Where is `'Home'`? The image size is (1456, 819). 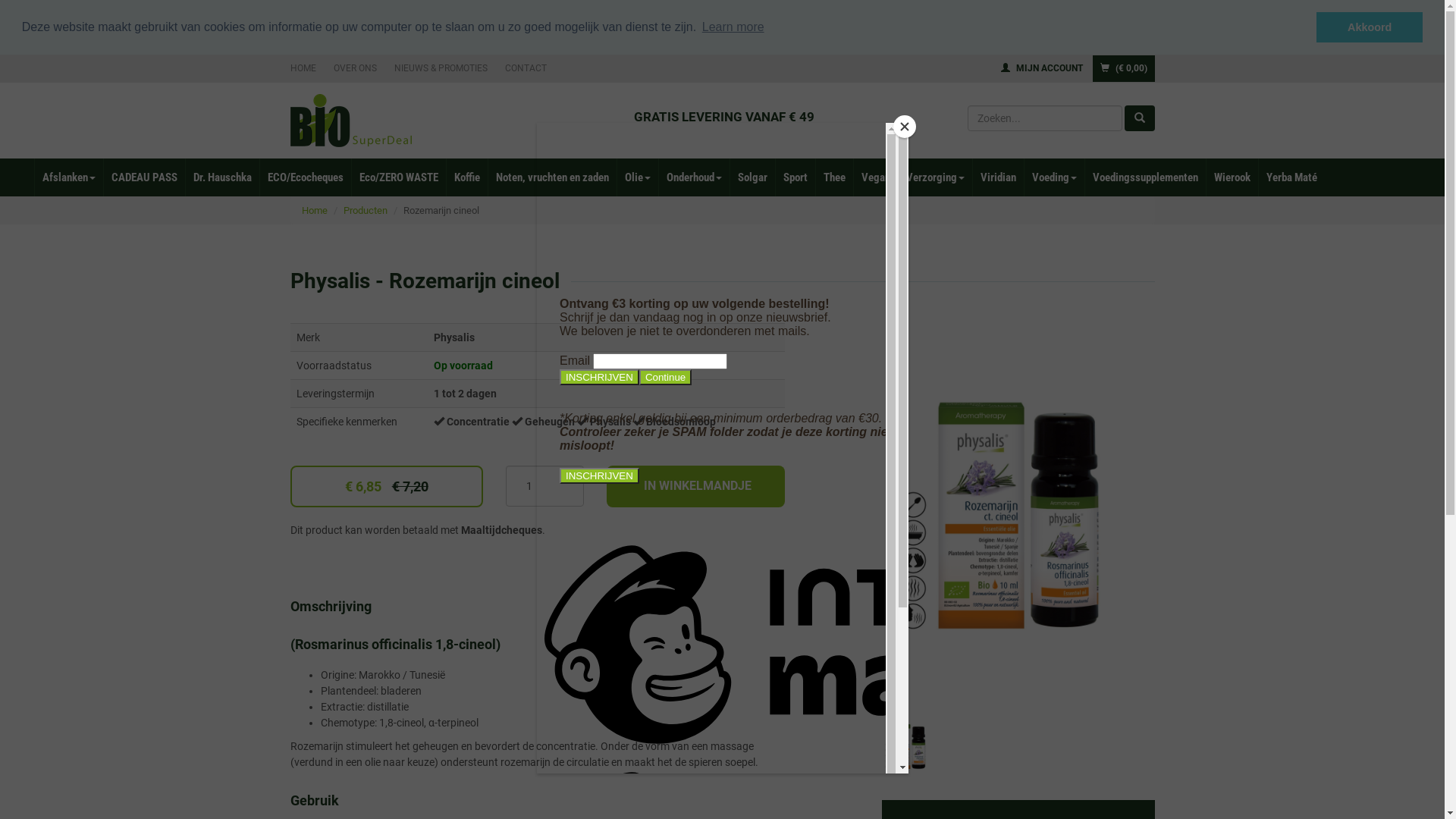 'Home' is located at coordinates (313, 210).